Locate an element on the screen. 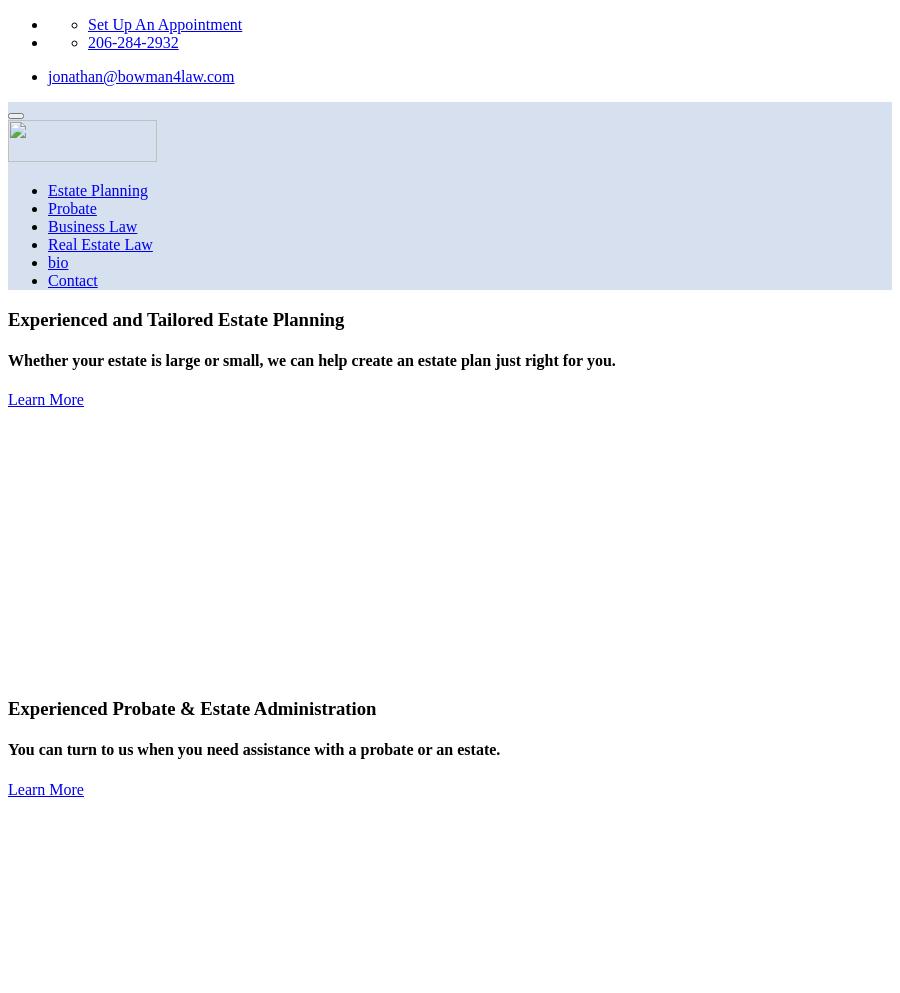 The image size is (900, 993). 'Real Estate Law' is located at coordinates (98, 243).